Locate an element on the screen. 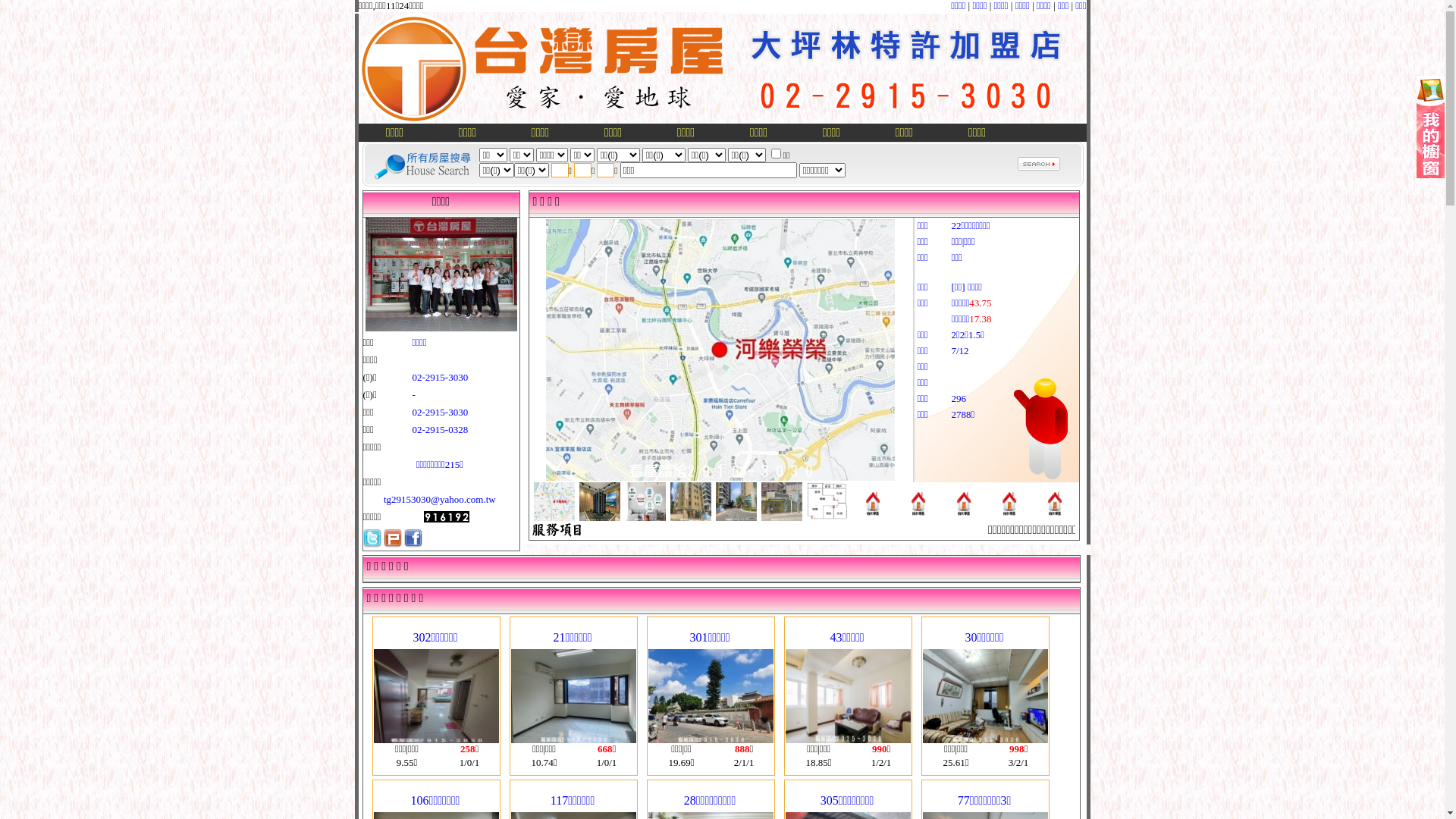 This screenshot has width=1456, height=819. 'tg29153030@yahoo.com.tw' is located at coordinates (439, 499).